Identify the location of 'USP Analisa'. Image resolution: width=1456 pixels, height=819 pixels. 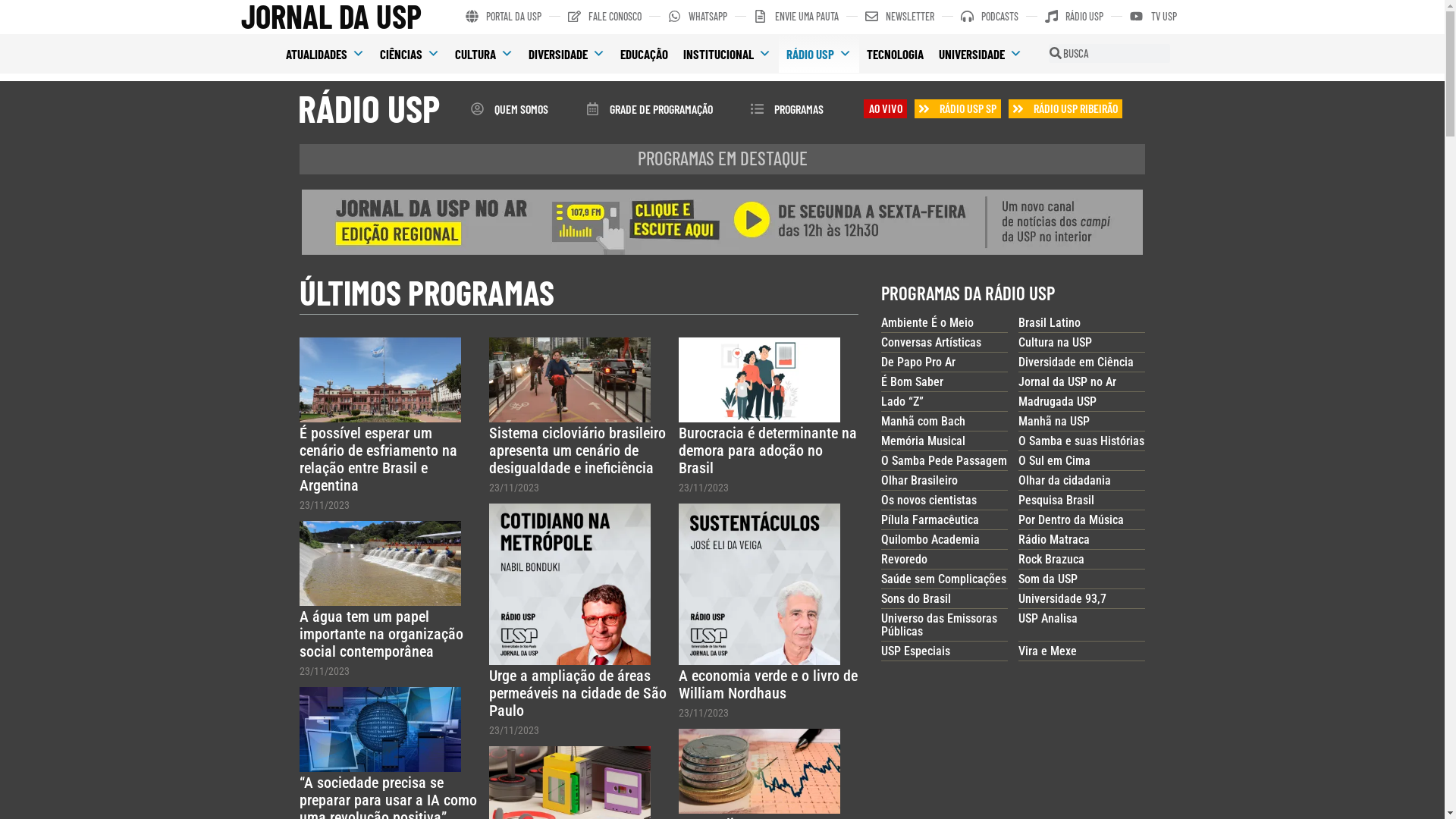
(1047, 618).